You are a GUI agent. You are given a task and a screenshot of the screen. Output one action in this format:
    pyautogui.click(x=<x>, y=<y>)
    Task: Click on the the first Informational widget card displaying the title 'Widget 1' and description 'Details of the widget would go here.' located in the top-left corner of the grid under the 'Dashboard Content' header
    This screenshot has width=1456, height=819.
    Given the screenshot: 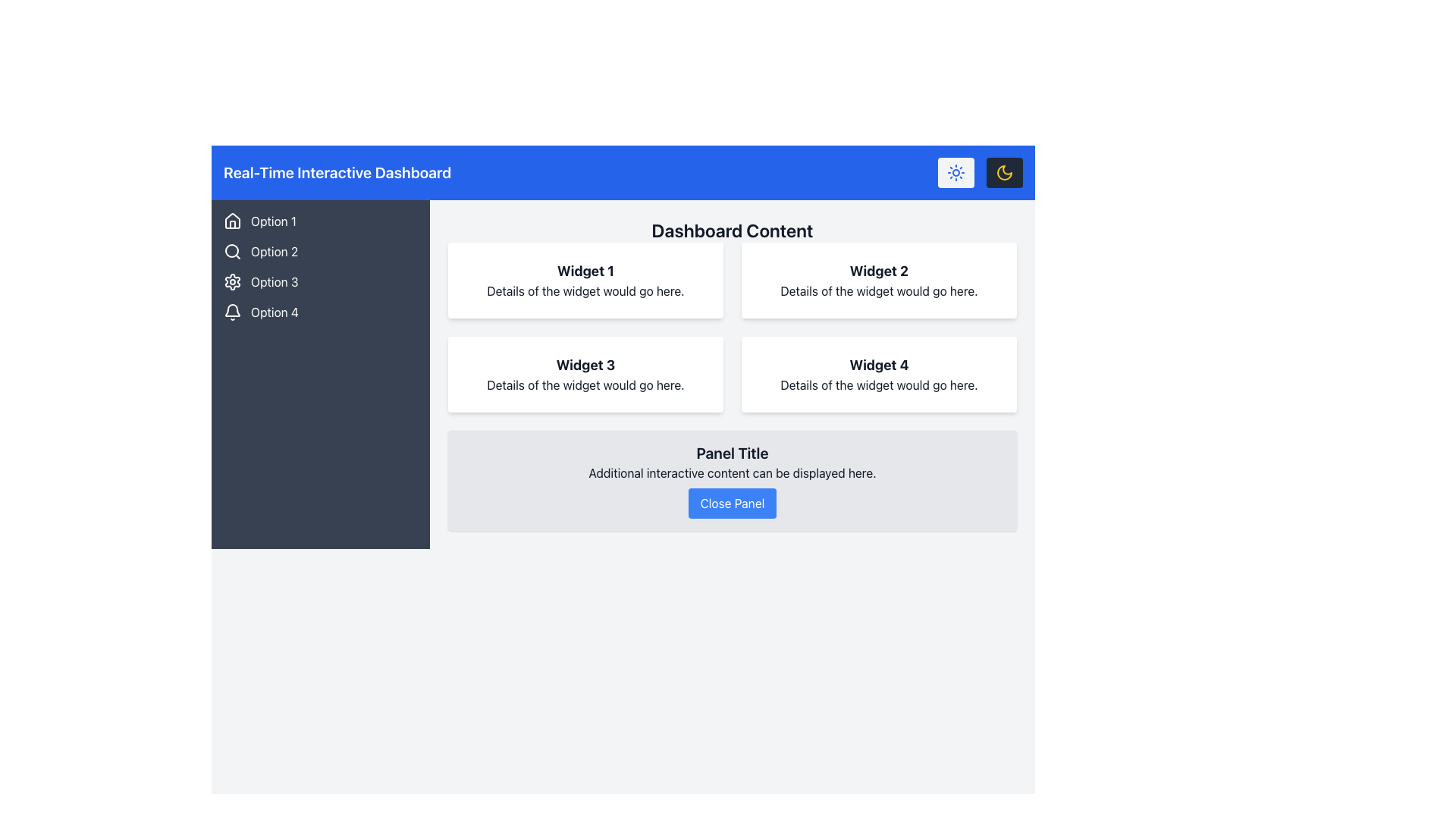 What is the action you would take?
    pyautogui.click(x=585, y=281)
    